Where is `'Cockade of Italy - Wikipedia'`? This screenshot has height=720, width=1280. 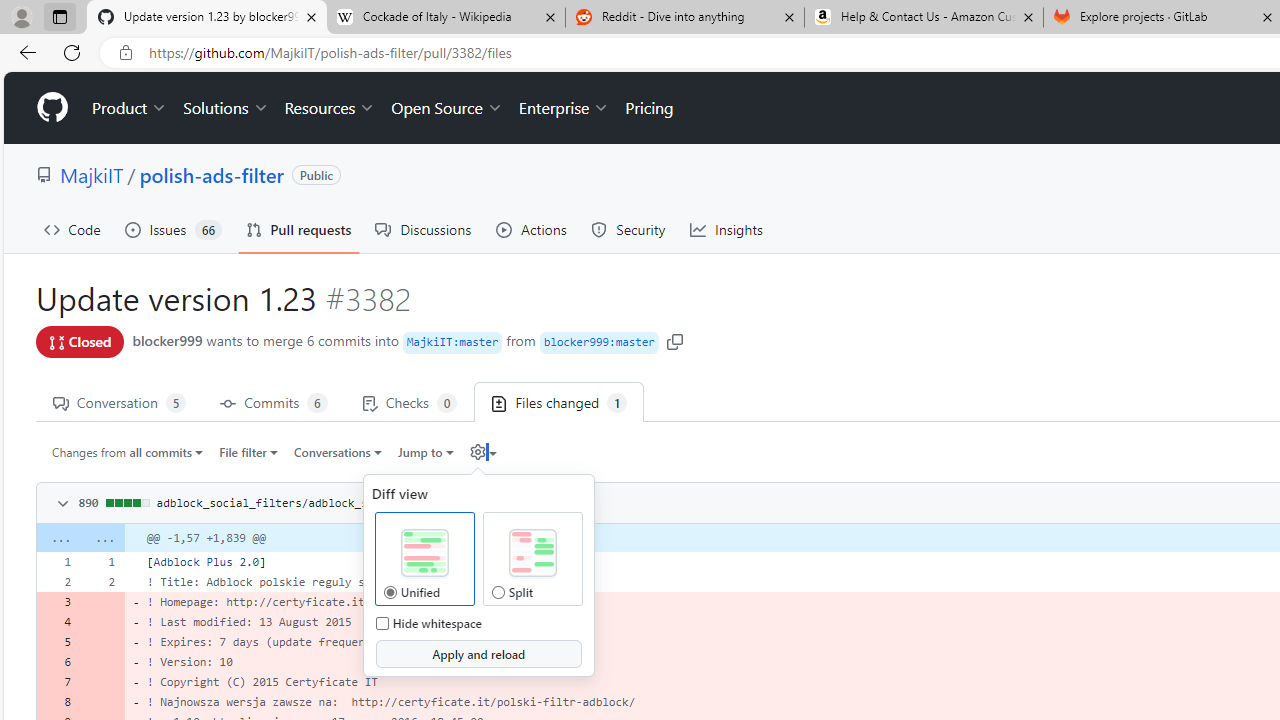
'Cockade of Italy - Wikipedia' is located at coordinates (444, 17).